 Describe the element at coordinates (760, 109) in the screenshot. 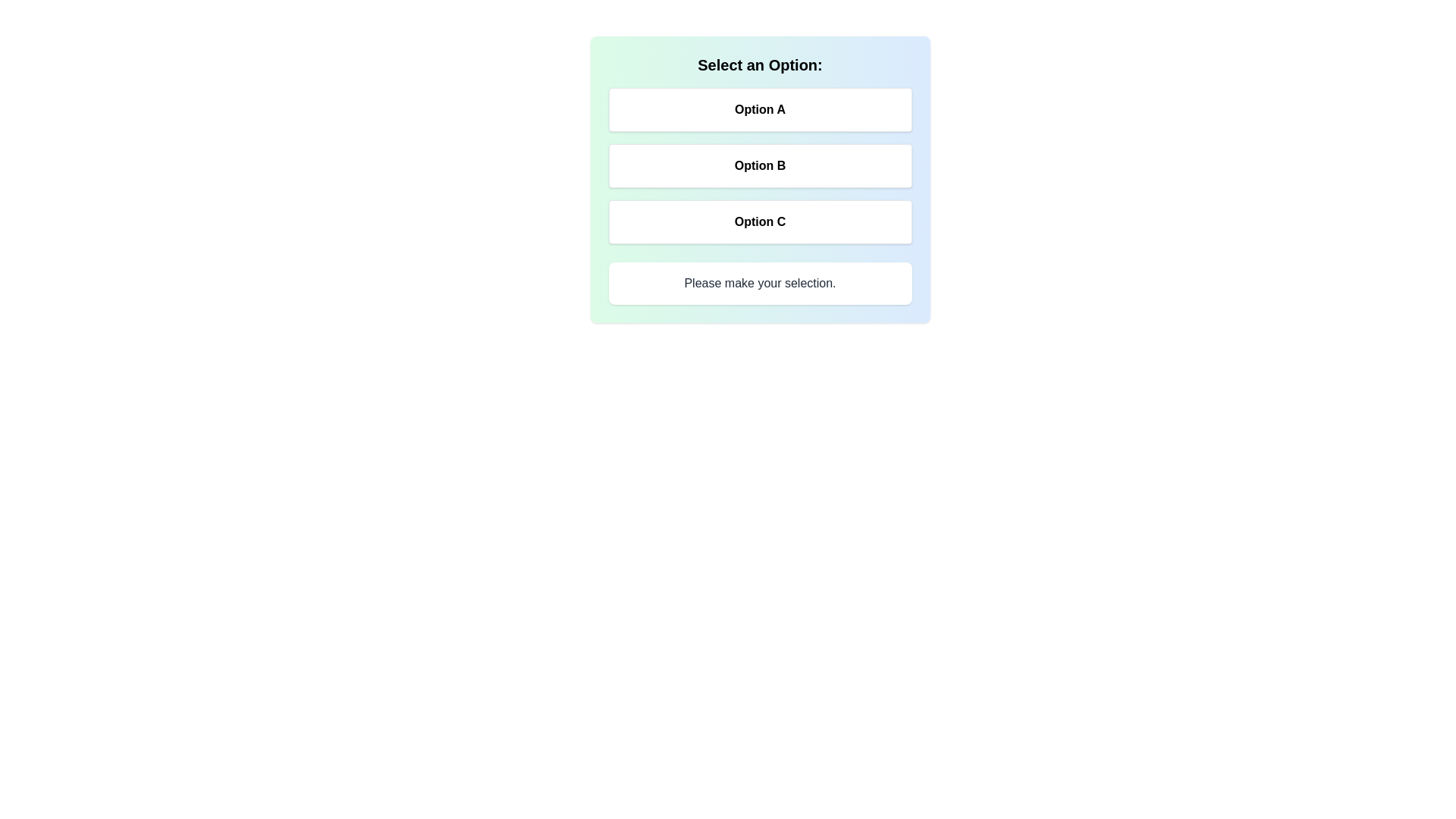

I see `the first selectable option button labeled 'Option A' in the list of choices located below the heading 'Select an Option:'` at that location.